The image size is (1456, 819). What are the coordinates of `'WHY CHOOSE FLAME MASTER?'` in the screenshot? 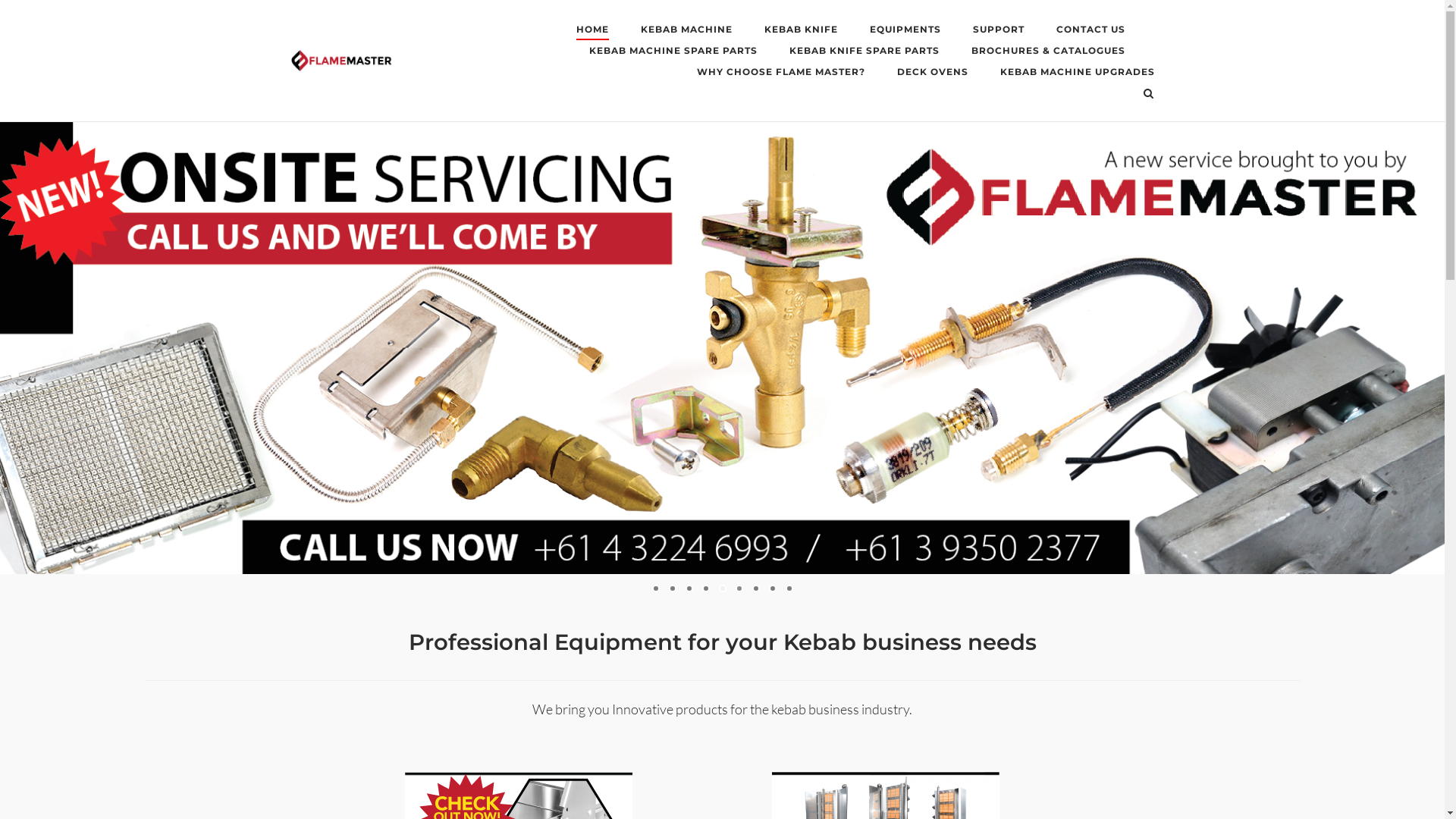 It's located at (780, 74).